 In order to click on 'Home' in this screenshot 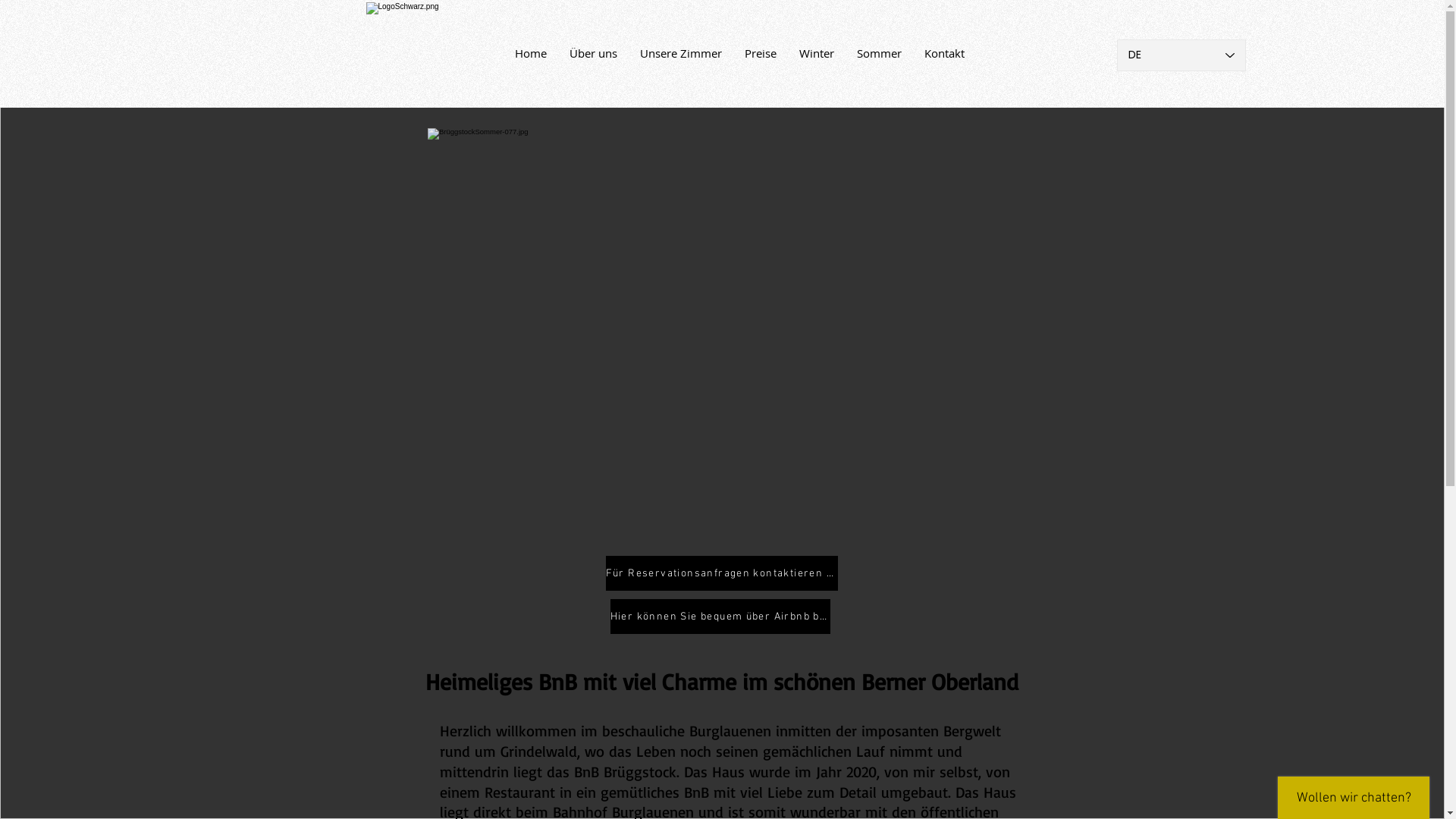, I will do `click(531, 52)`.